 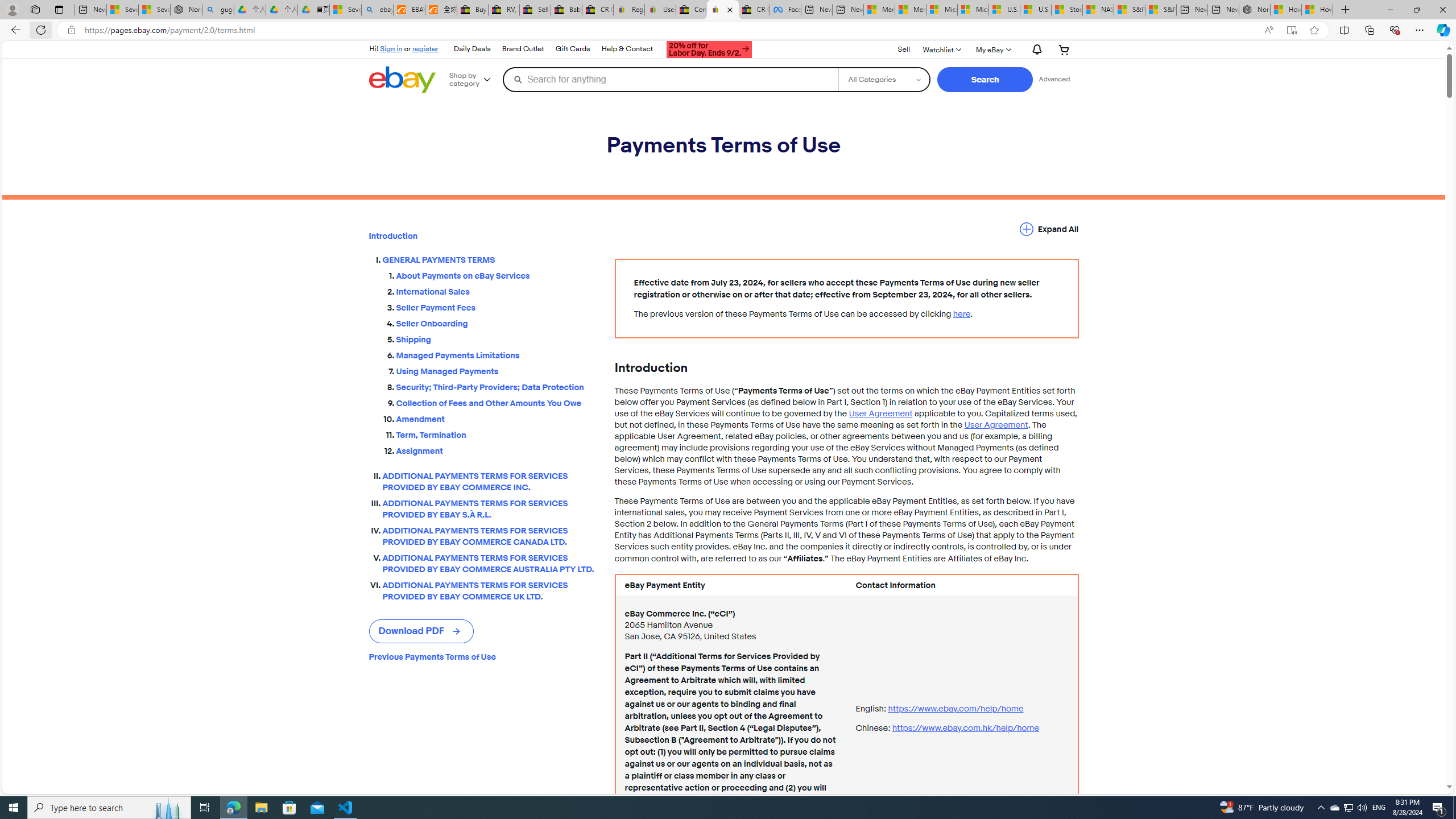 What do you see at coordinates (1035, 49) in the screenshot?
I see `'AutomationID: gh-eb-Alerts'` at bounding box center [1035, 49].